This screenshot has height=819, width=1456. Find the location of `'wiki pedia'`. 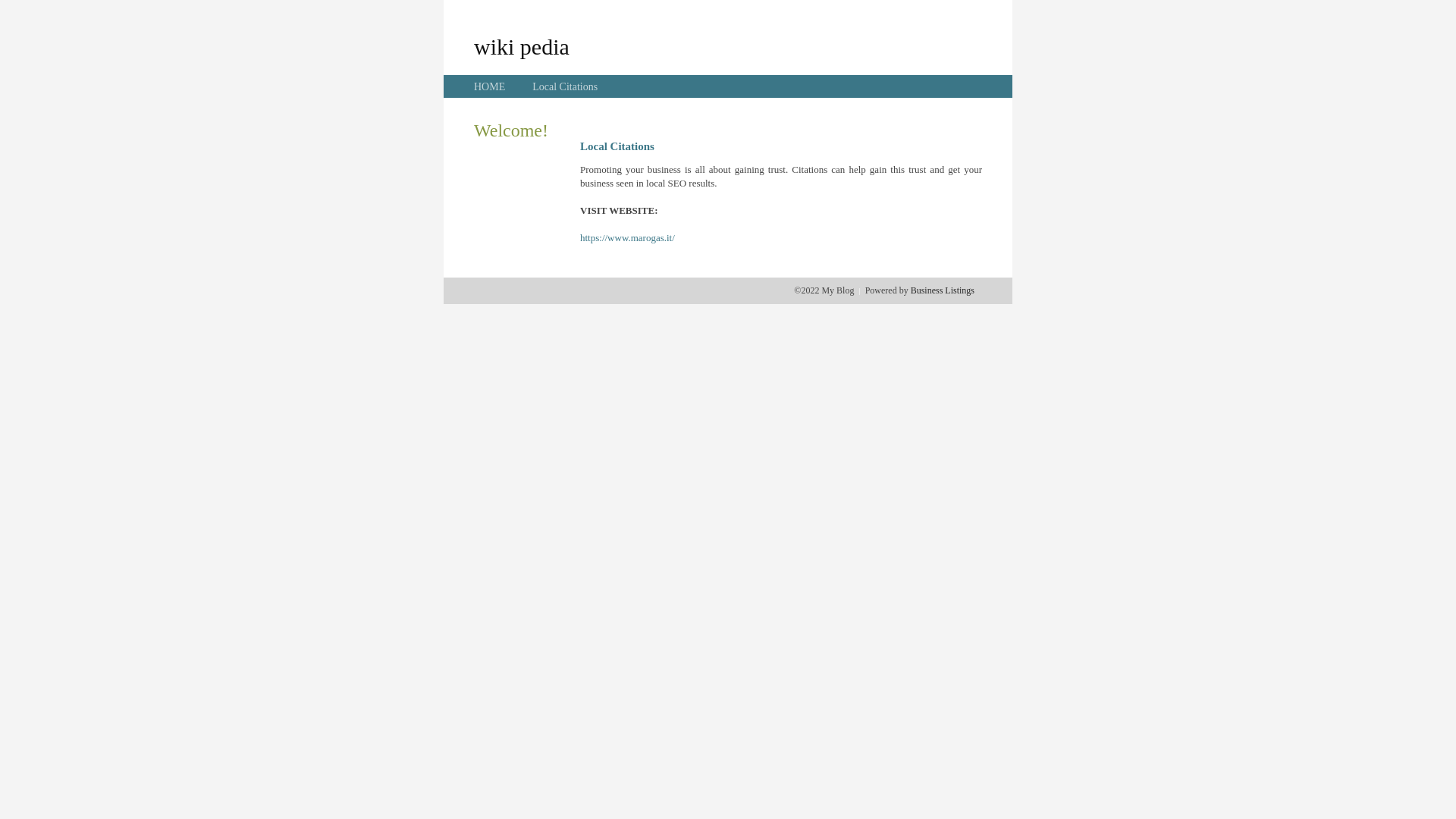

'wiki pedia' is located at coordinates (521, 45).